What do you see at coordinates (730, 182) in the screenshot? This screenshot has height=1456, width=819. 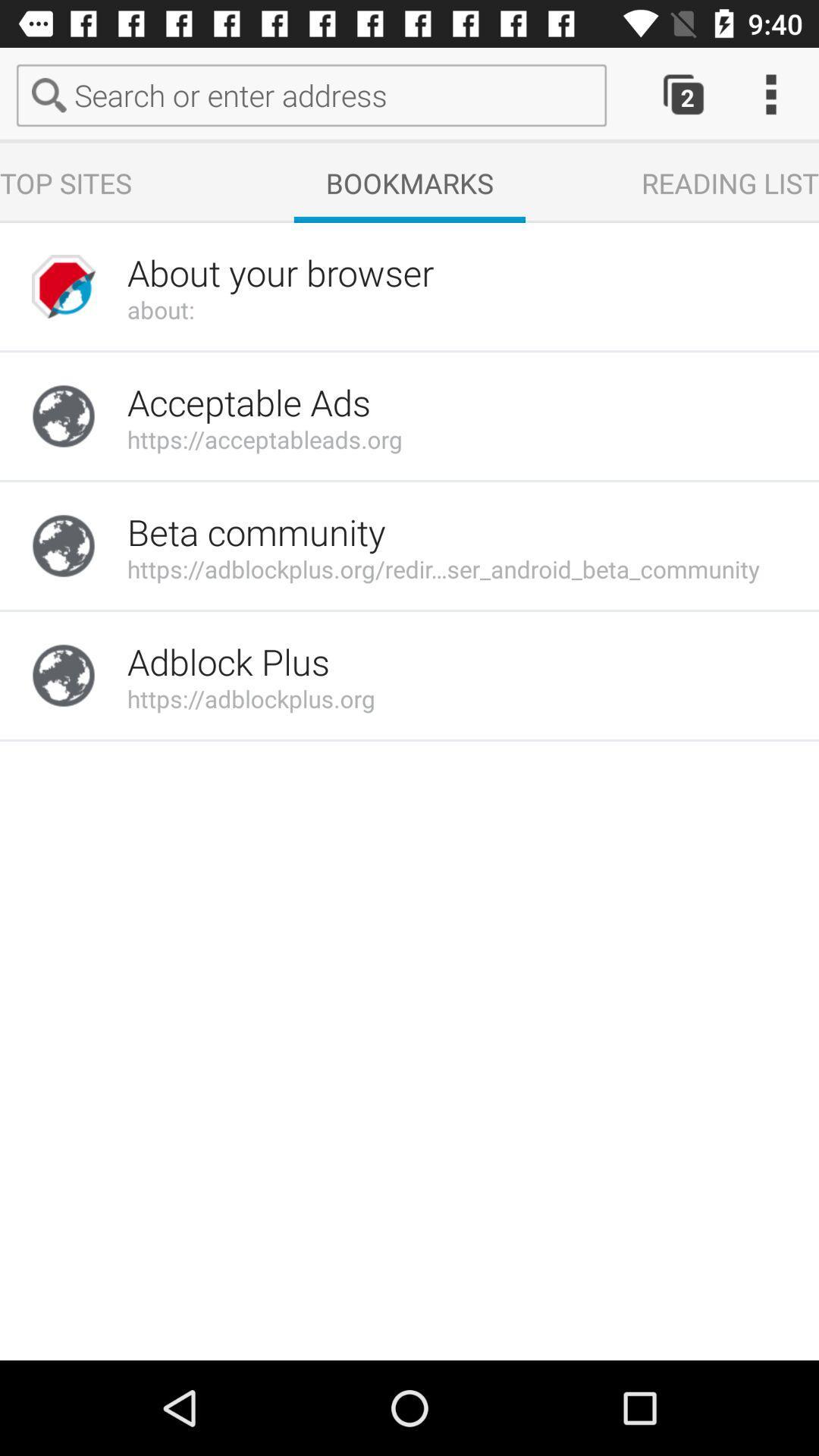 I see `reading list` at bounding box center [730, 182].